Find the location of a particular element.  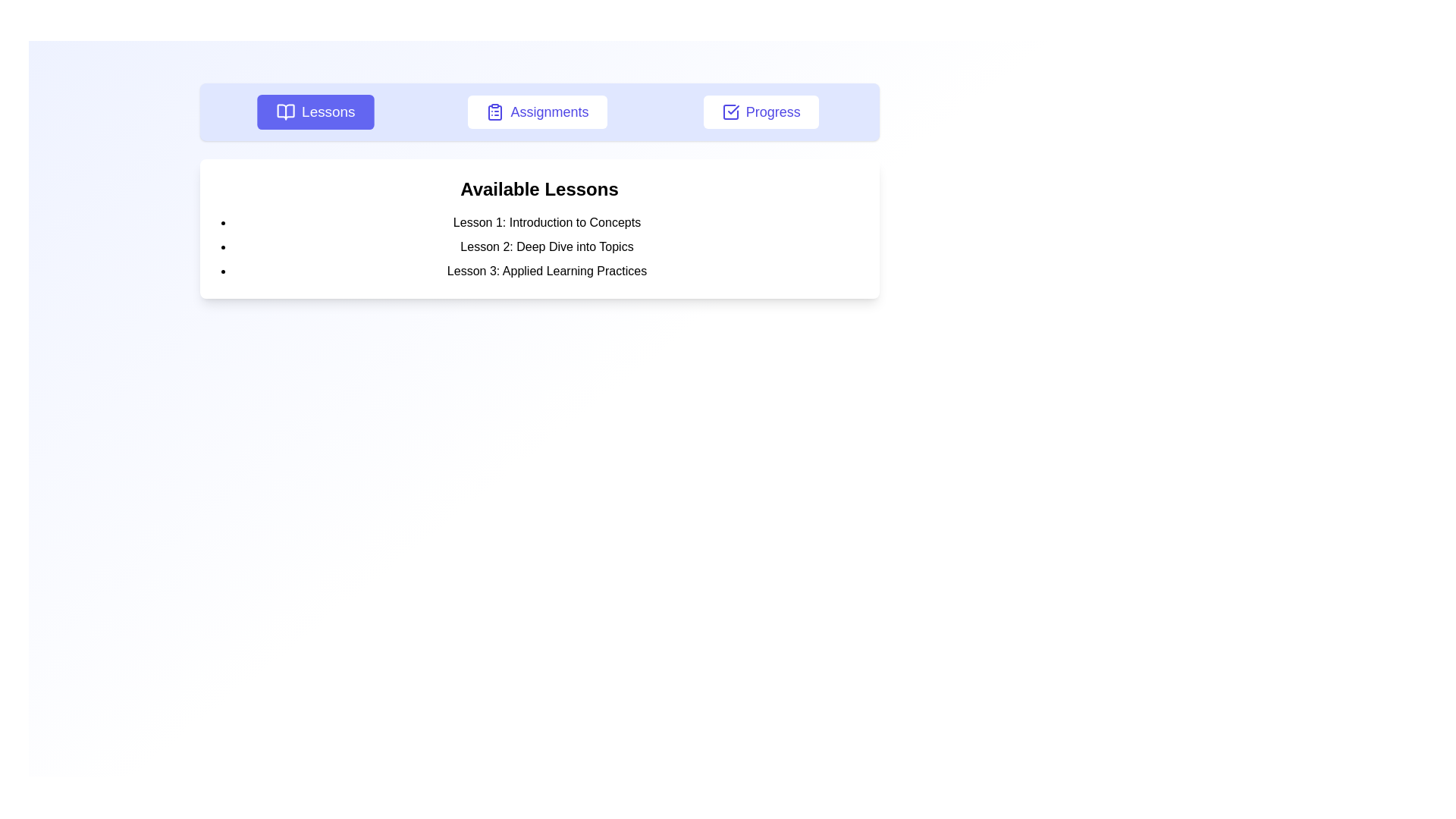

the non-interactive text element that serves as a label for the first lesson in the 'Available Lessons' section, positioned above 'Lesson 2: Deep Dive into Topics' is located at coordinates (546, 222).